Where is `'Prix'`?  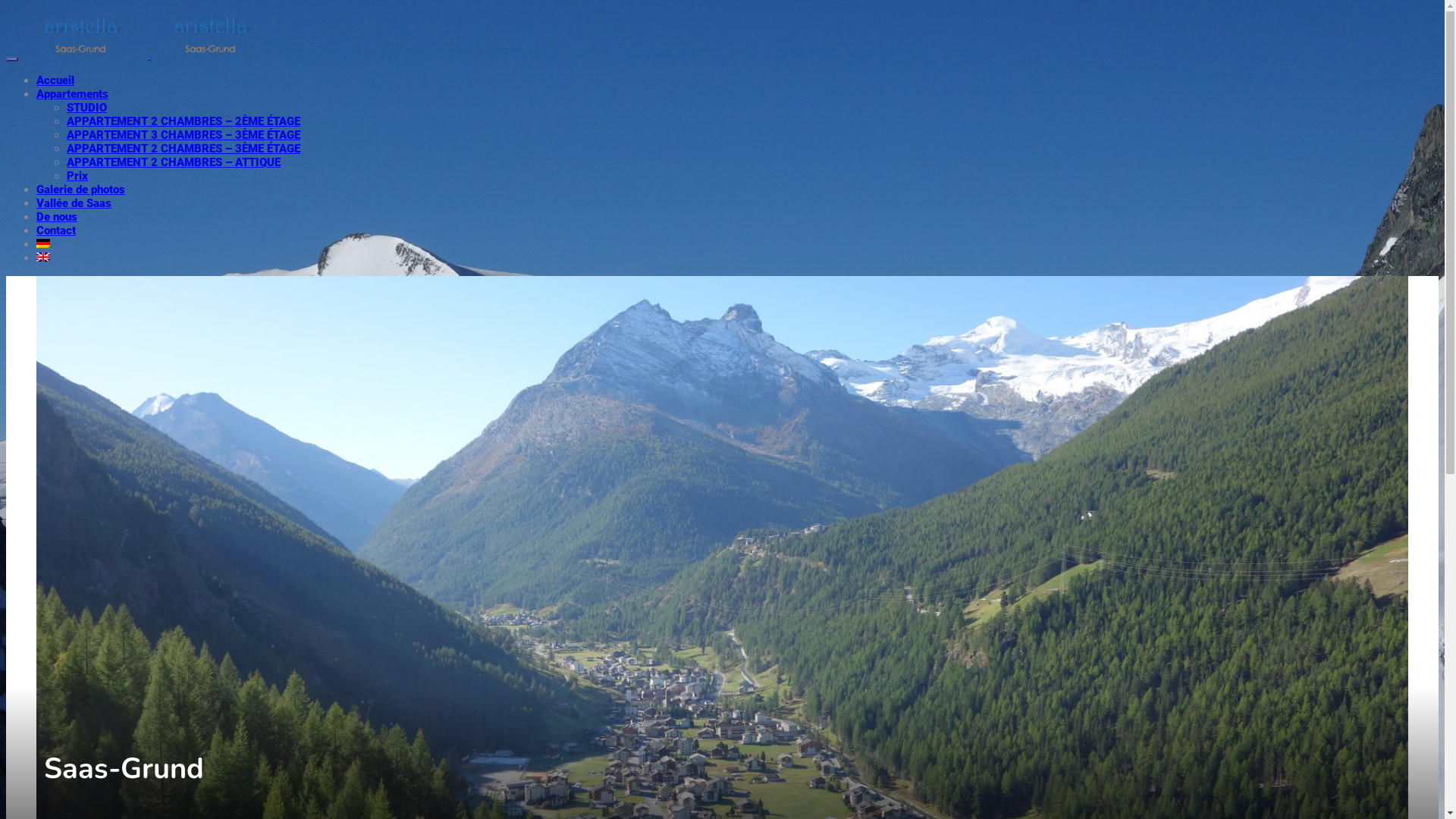 'Prix' is located at coordinates (76, 174).